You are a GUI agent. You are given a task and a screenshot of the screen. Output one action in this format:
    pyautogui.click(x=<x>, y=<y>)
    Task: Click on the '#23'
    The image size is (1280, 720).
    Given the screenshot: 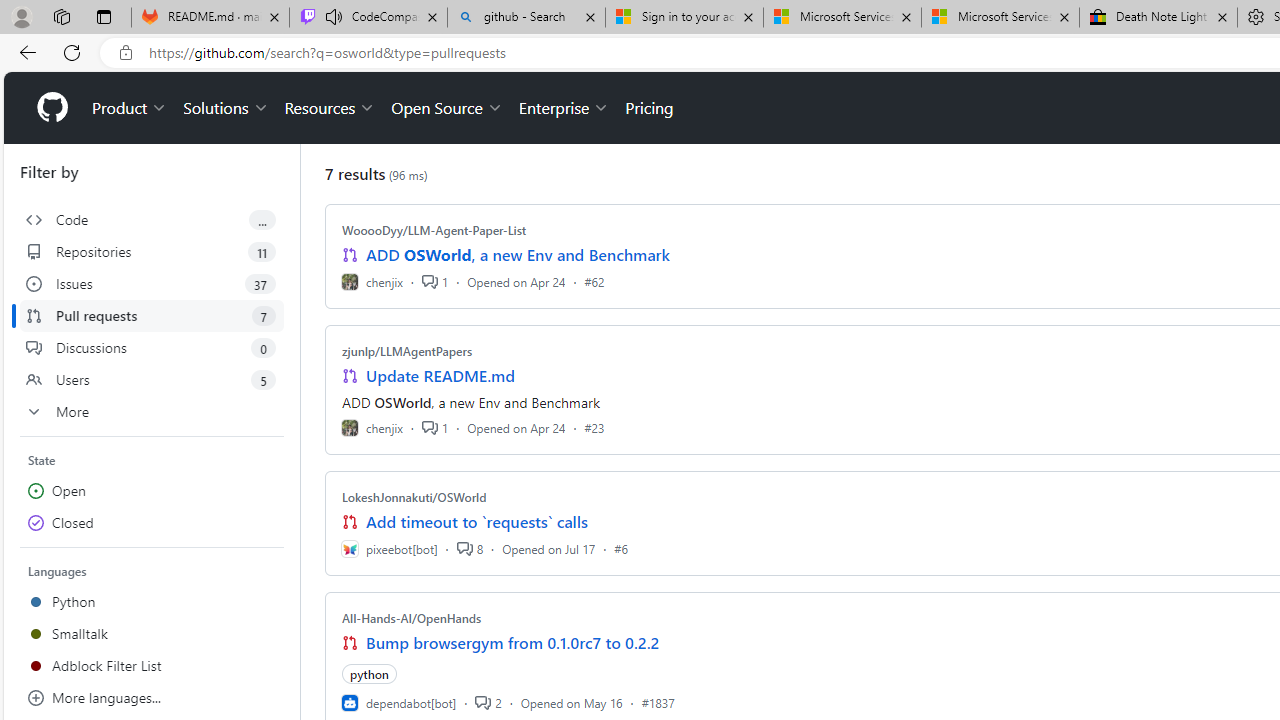 What is the action you would take?
    pyautogui.click(x=593, y=426)
    